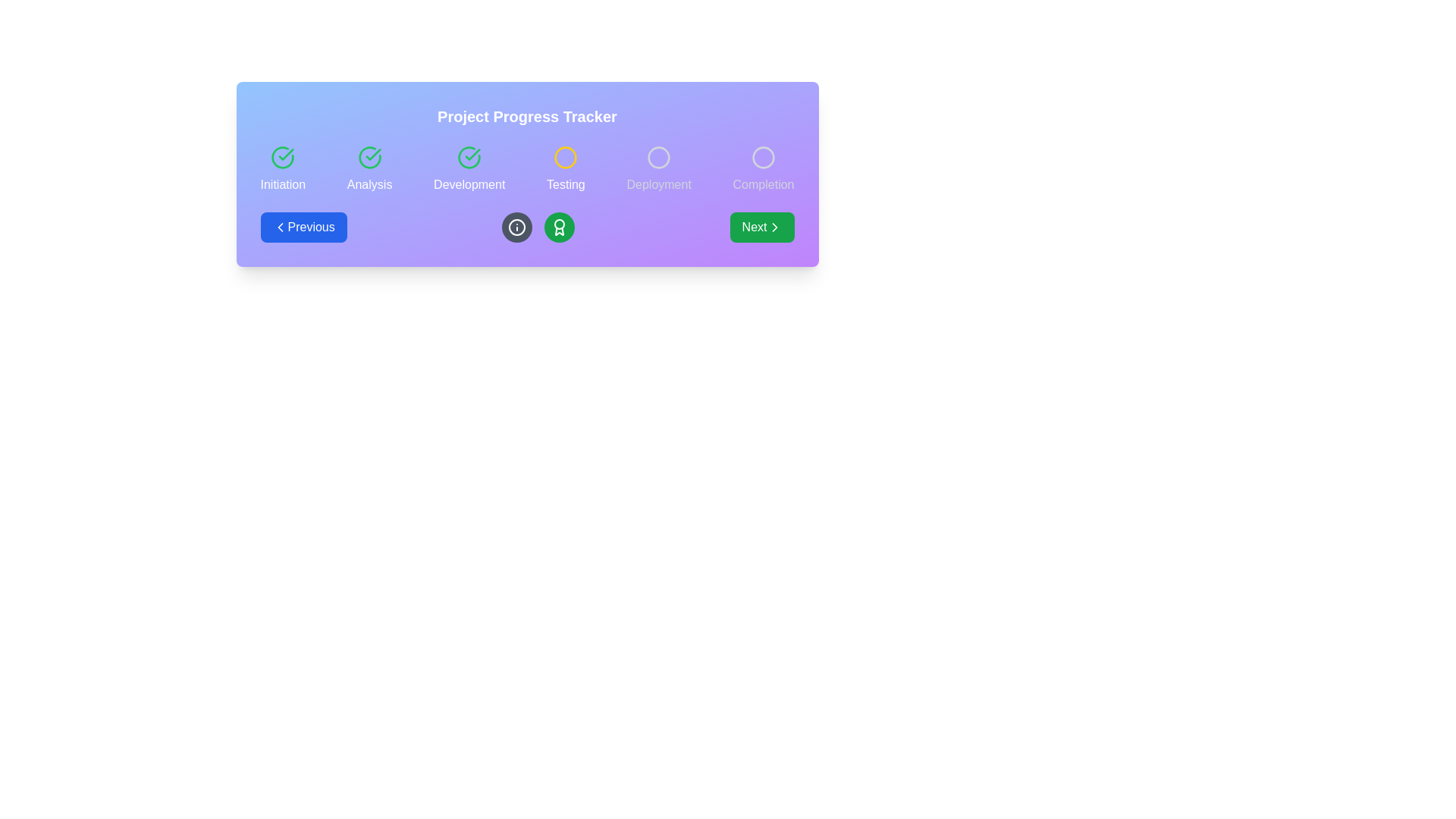 This screenshot has height=819, width=1456. Describe the element at coordinates (565, 158) in the screenshot. I see `the fourth circular progress marker in the 'Testing' section of the progress tracker` at that location.